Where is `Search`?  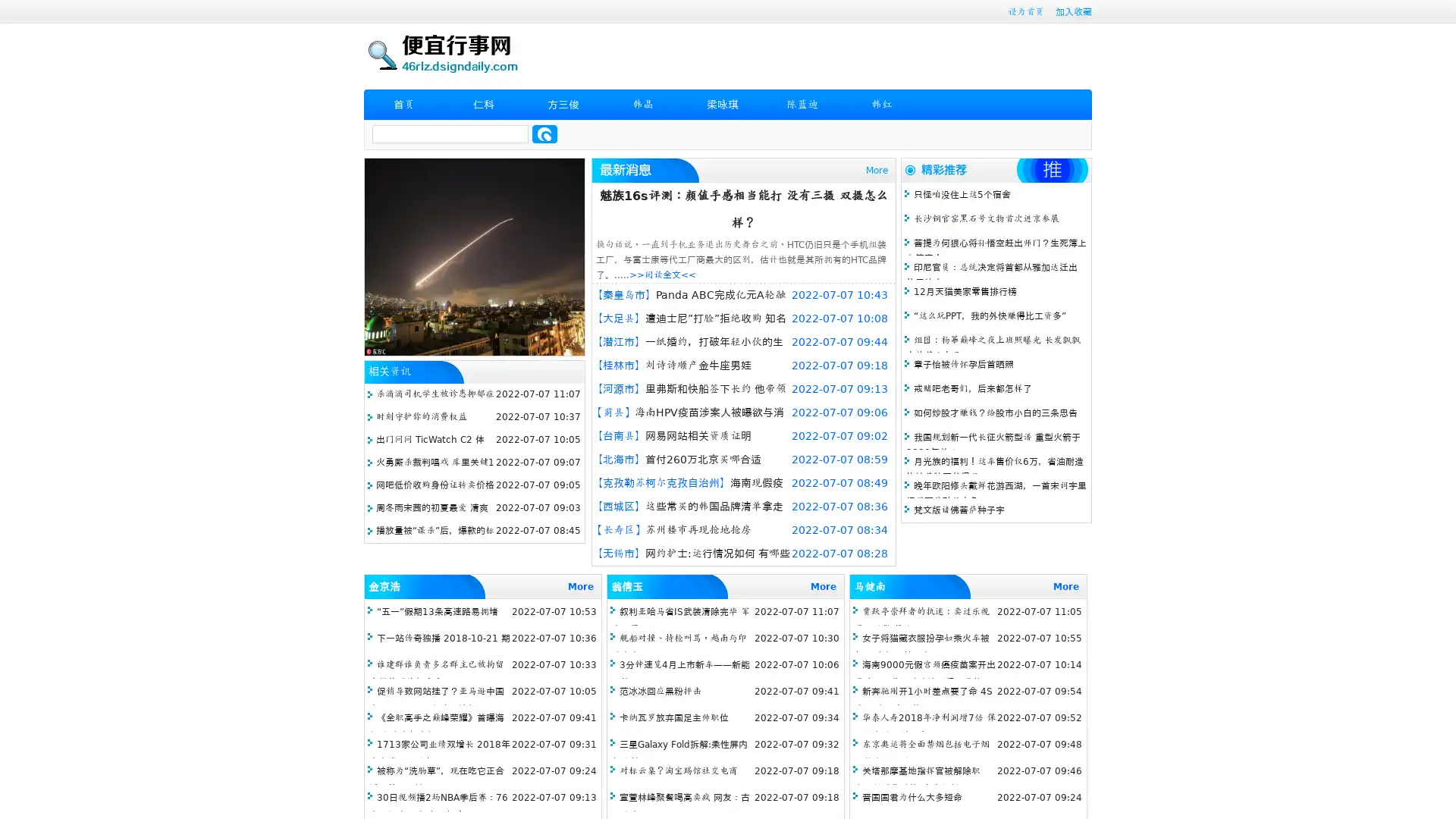 Search is located at coordinates (544, 133).